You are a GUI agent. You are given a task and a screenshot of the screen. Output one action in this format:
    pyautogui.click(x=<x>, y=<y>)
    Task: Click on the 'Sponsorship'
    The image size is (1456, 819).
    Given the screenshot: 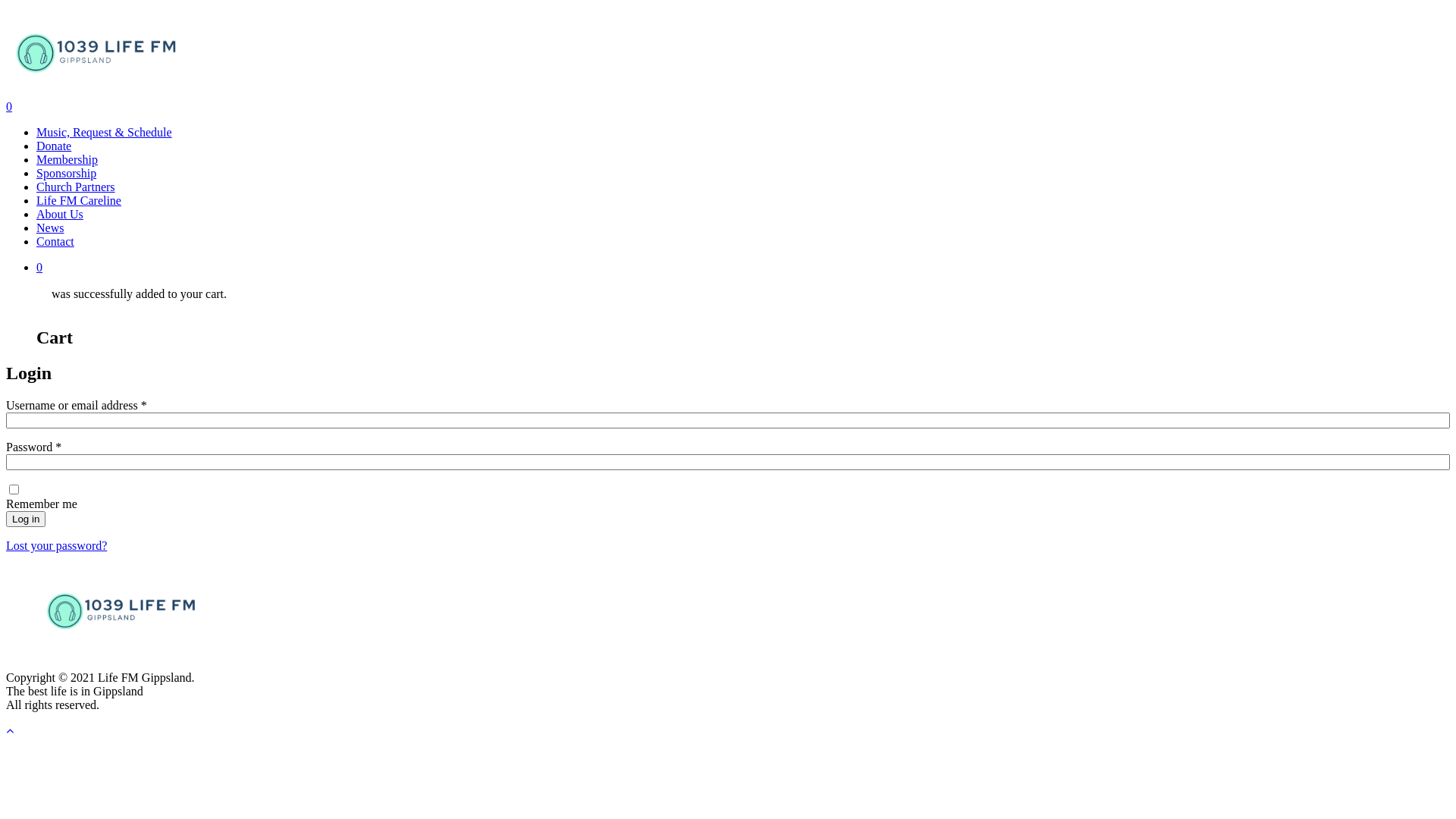 What is the action you would take?
    pyautogui.click(x=36, y=172)
    